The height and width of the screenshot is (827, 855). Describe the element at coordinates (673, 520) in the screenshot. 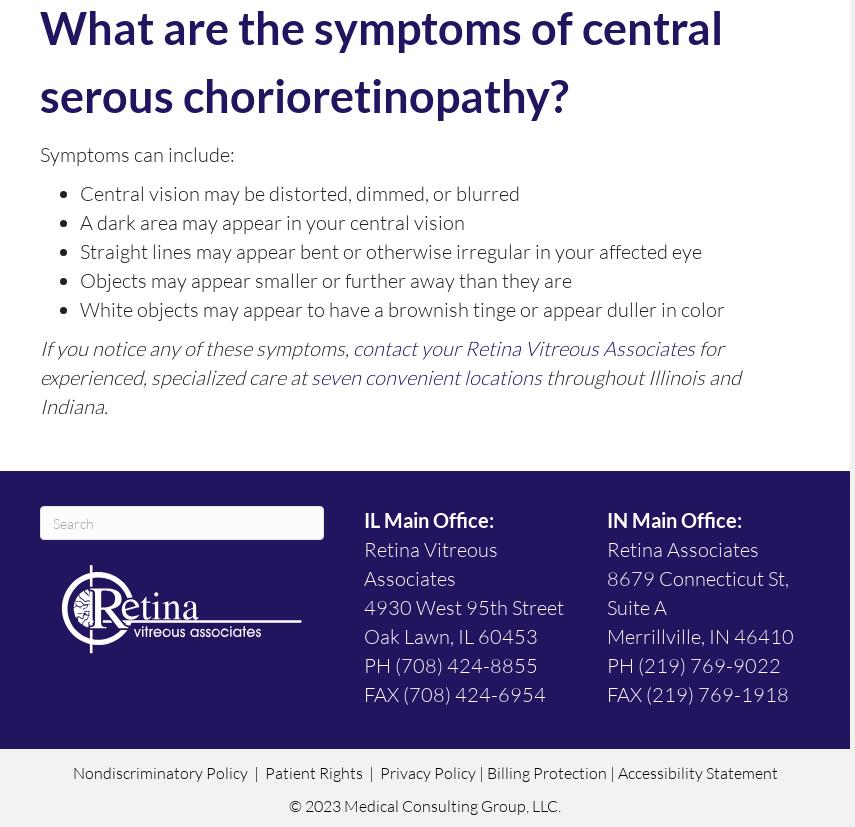

I see `'IN Main Office:'` at that location.